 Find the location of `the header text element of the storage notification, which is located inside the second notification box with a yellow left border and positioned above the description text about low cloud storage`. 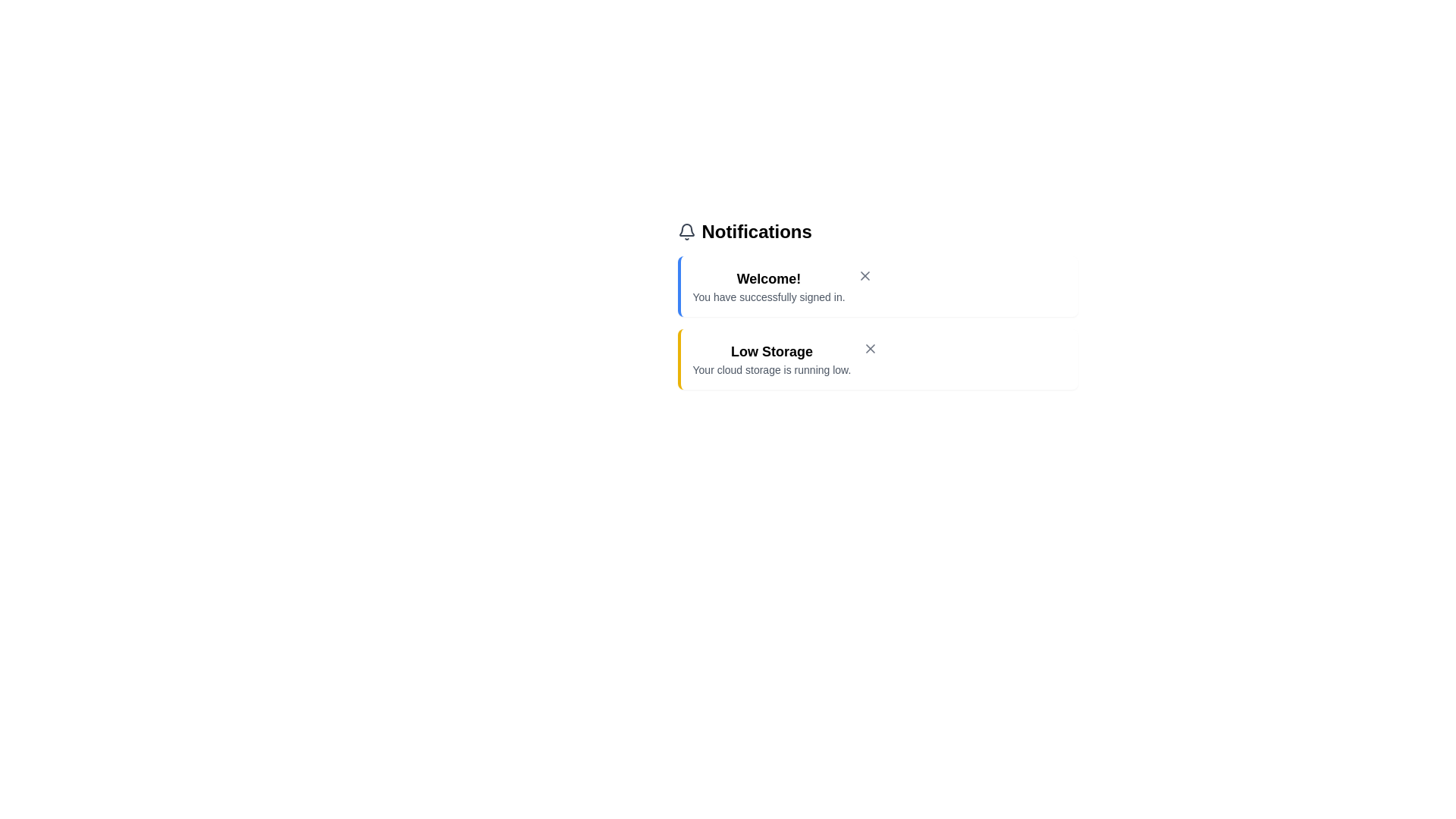

the header text element of the storage notification, which is located inside the second notification box with a yellow left border and positioned above the description text about low cloud storage is located at coordinates (771, 351).